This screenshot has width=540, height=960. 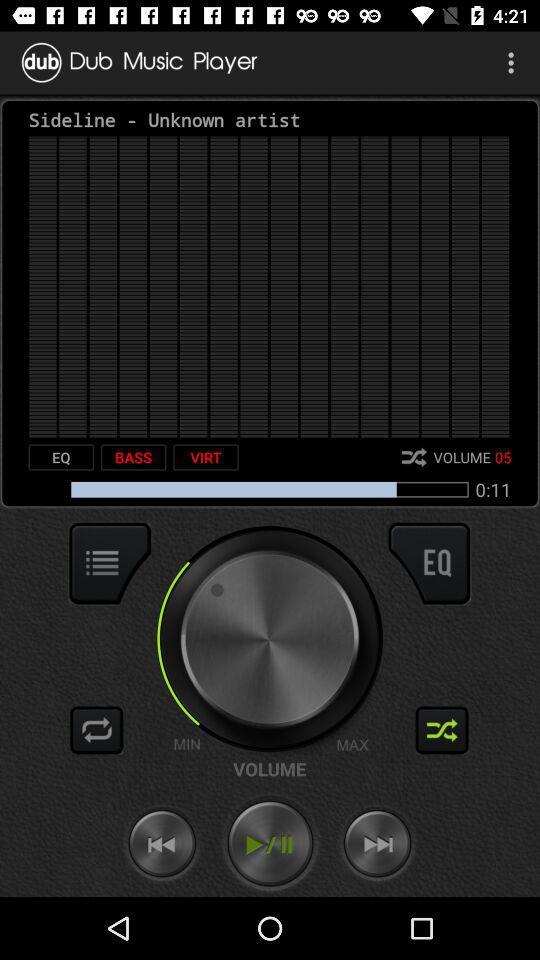 I want to click on next track, so click(x=377, y=843).